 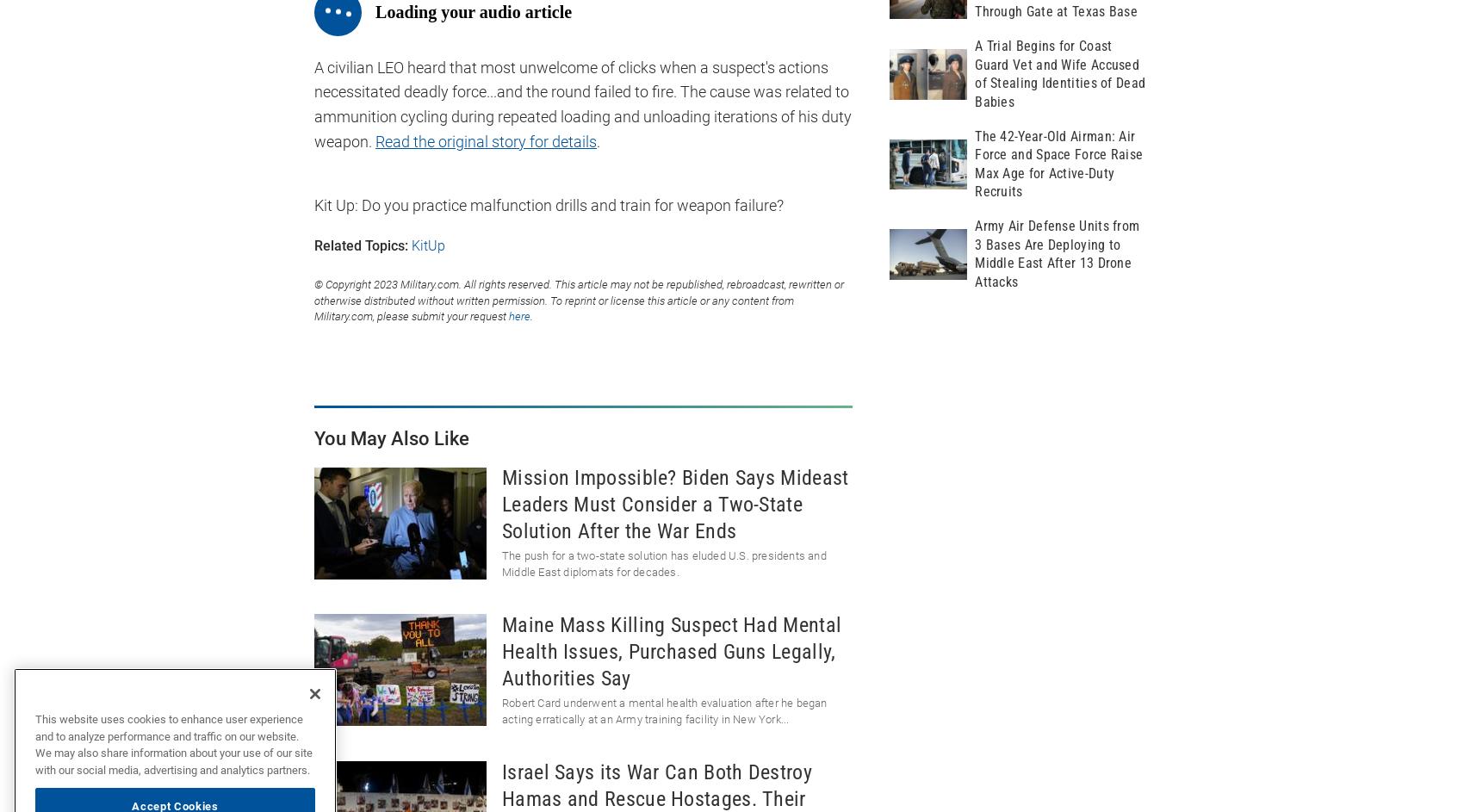 What do you see at coordinates (663, 710) in the screenshot?
I see `'Robert Card underwent a mental health evaluation after he began acting erratically at an Army training facility in New York...'` at bounding box center [663, 710].